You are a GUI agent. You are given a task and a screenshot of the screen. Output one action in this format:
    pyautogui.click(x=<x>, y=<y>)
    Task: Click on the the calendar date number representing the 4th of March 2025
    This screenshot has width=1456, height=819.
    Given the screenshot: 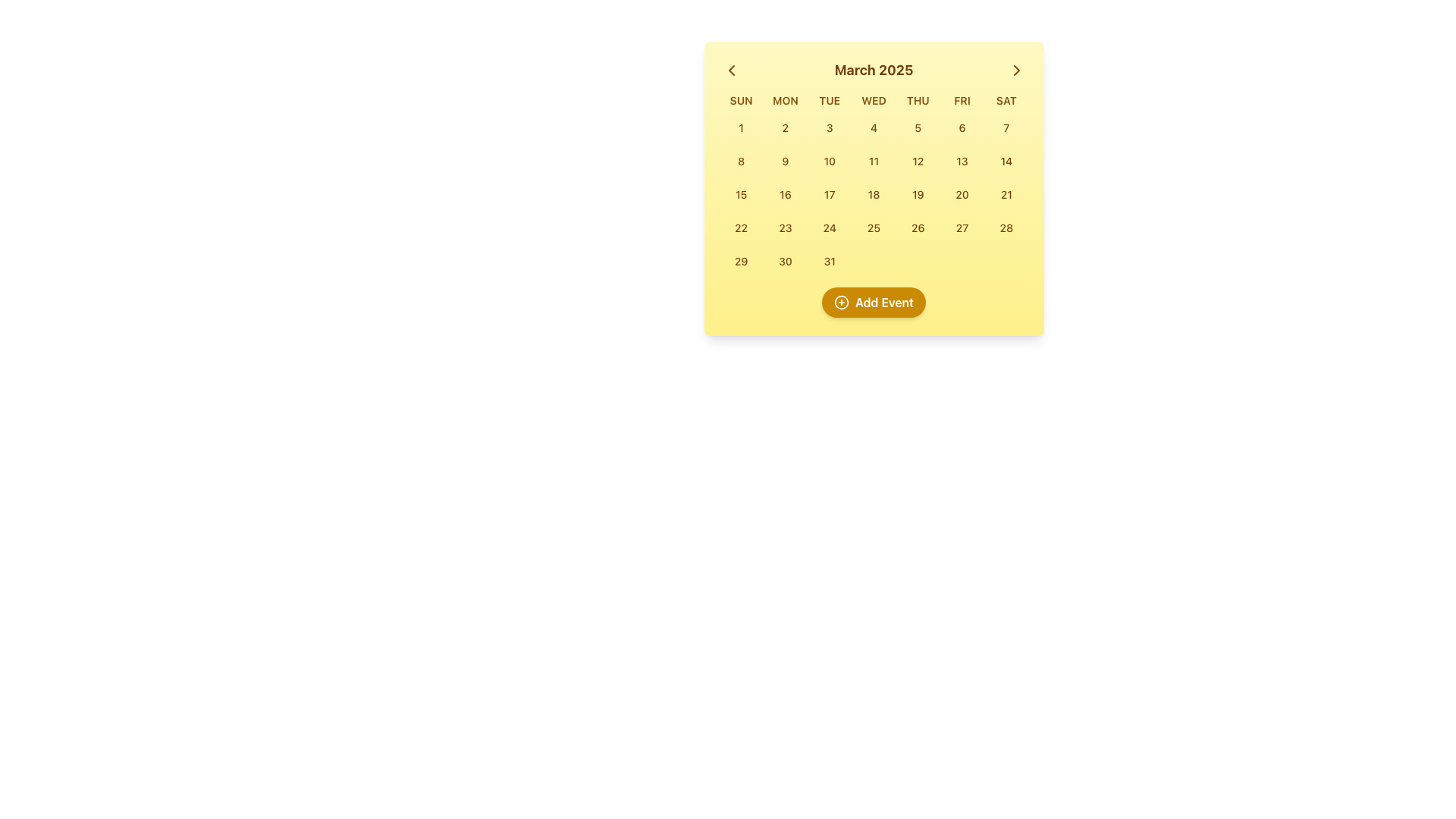 What is the action you would take?
    pyautogui.click(x=874, y=127)
    